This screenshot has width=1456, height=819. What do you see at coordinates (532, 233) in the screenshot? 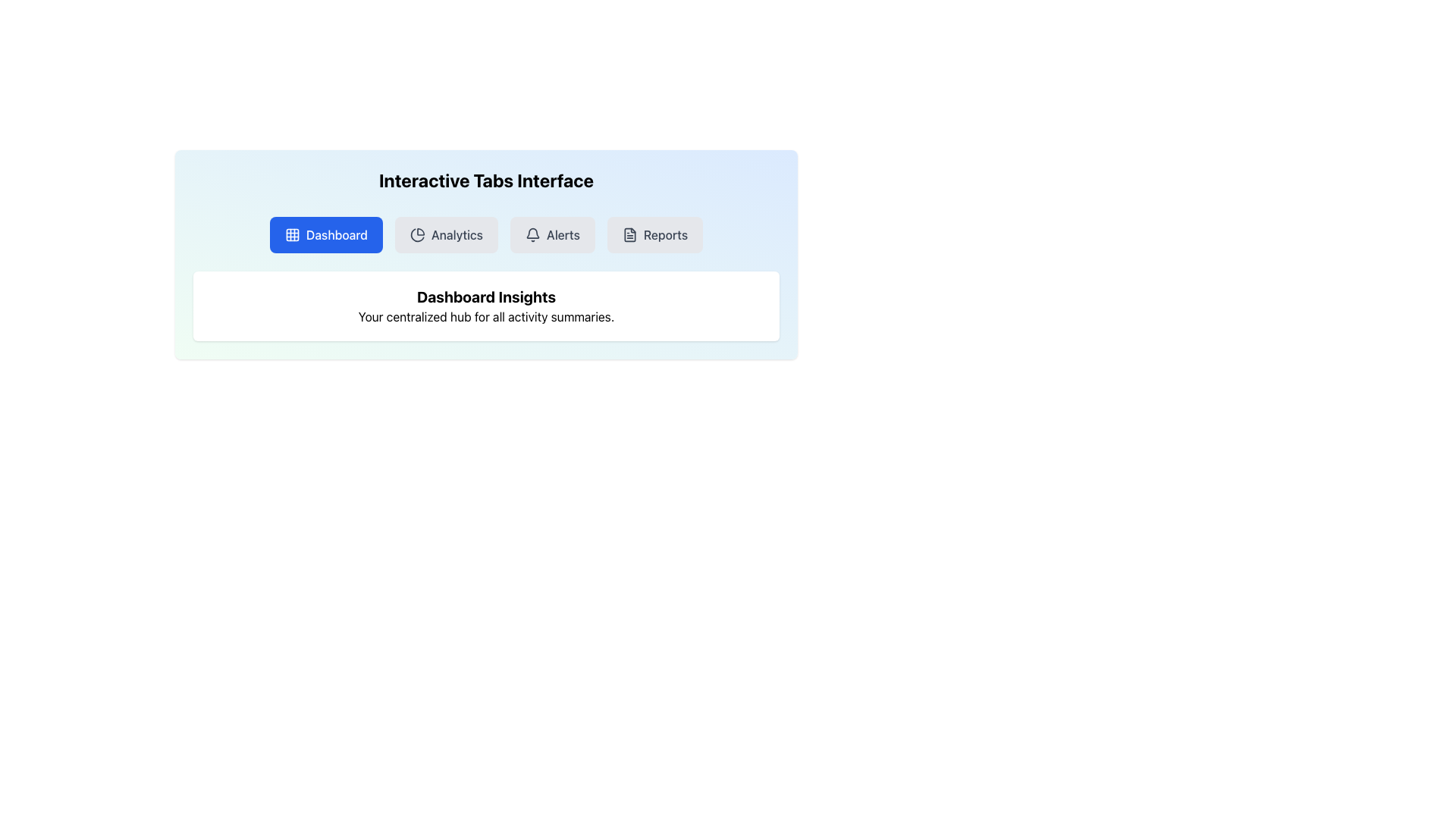
I see `the functionality of the bell icon representing alerts or notifications in the Alerts section of the navigation bar` at bounding box center [532, 233].